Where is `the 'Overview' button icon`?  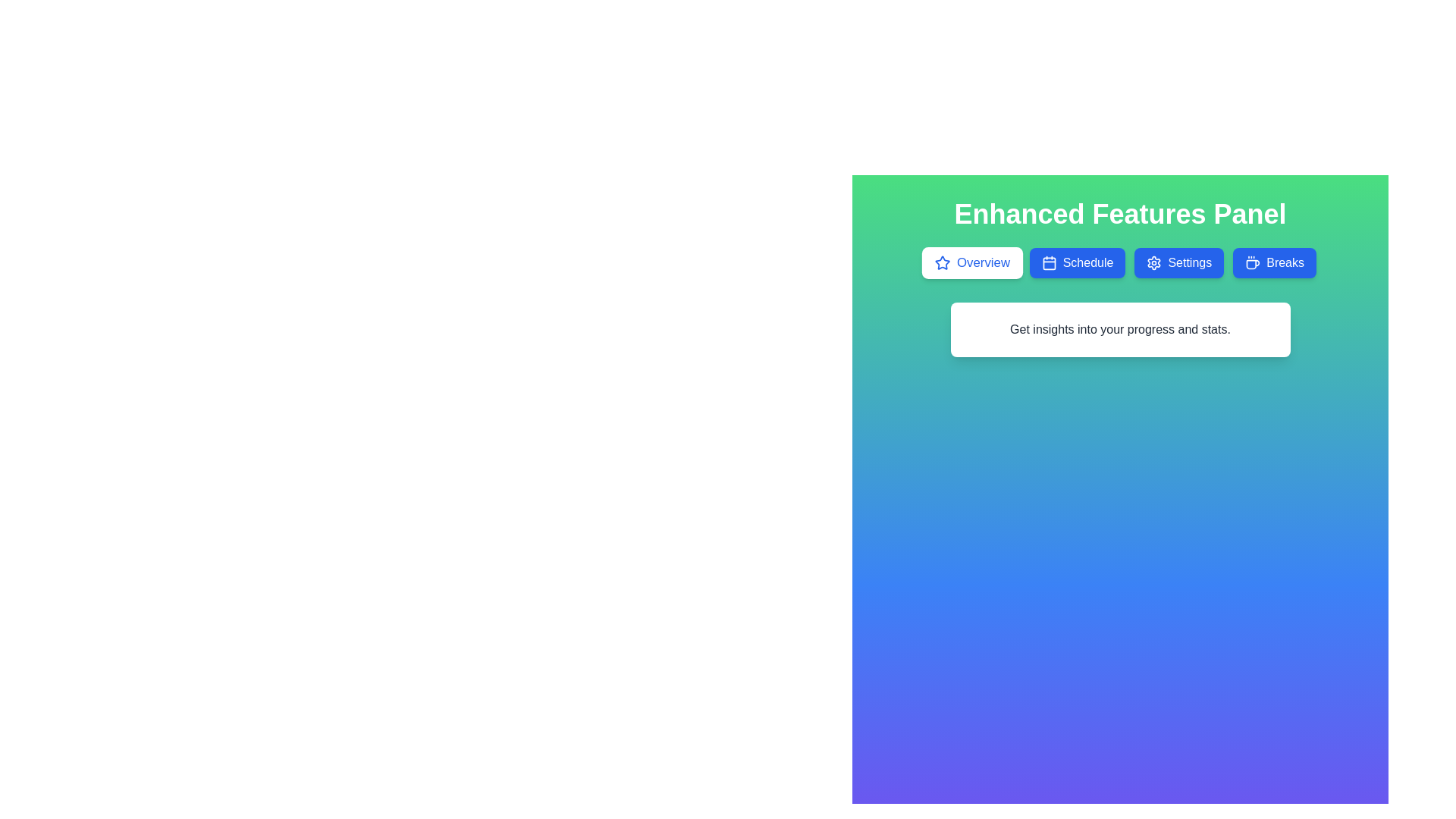 the 'Overview' button icon is located at coordinates (942, 262).